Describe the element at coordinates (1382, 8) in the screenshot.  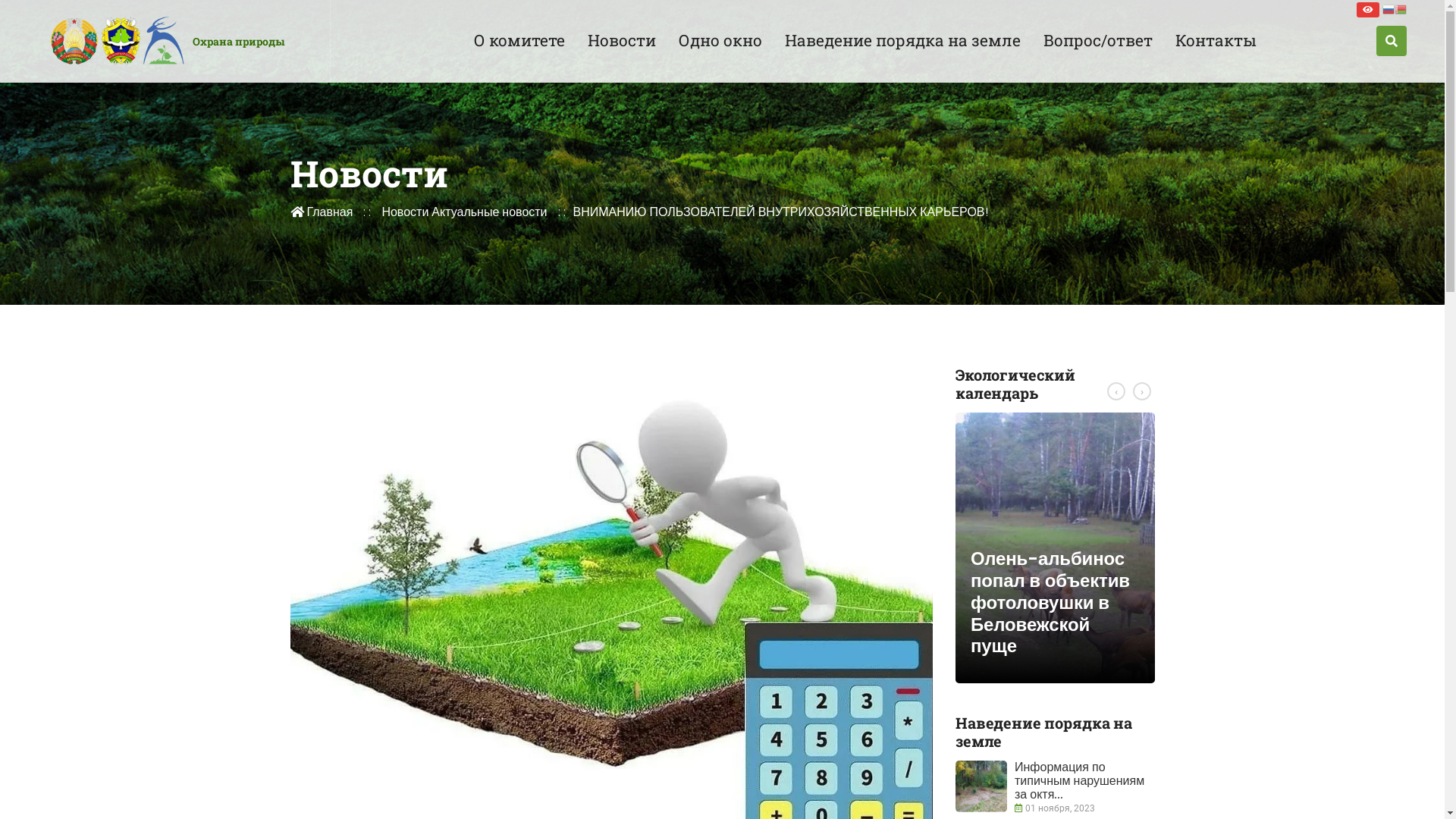
I see `'Russian'` at that location.